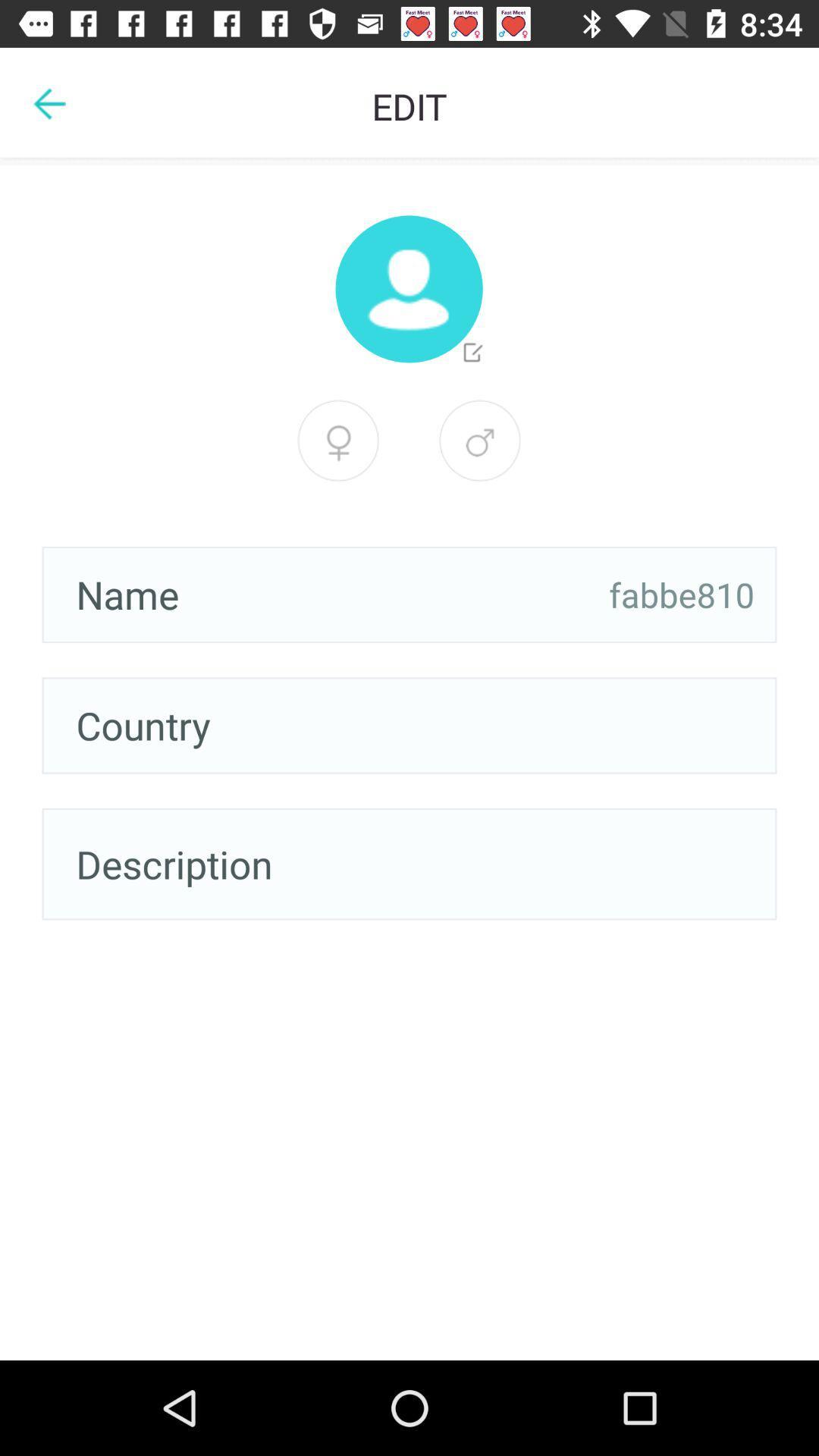 This screenshot has height=1456, width=819. I want to click on choose male gender, so click(479, 440).